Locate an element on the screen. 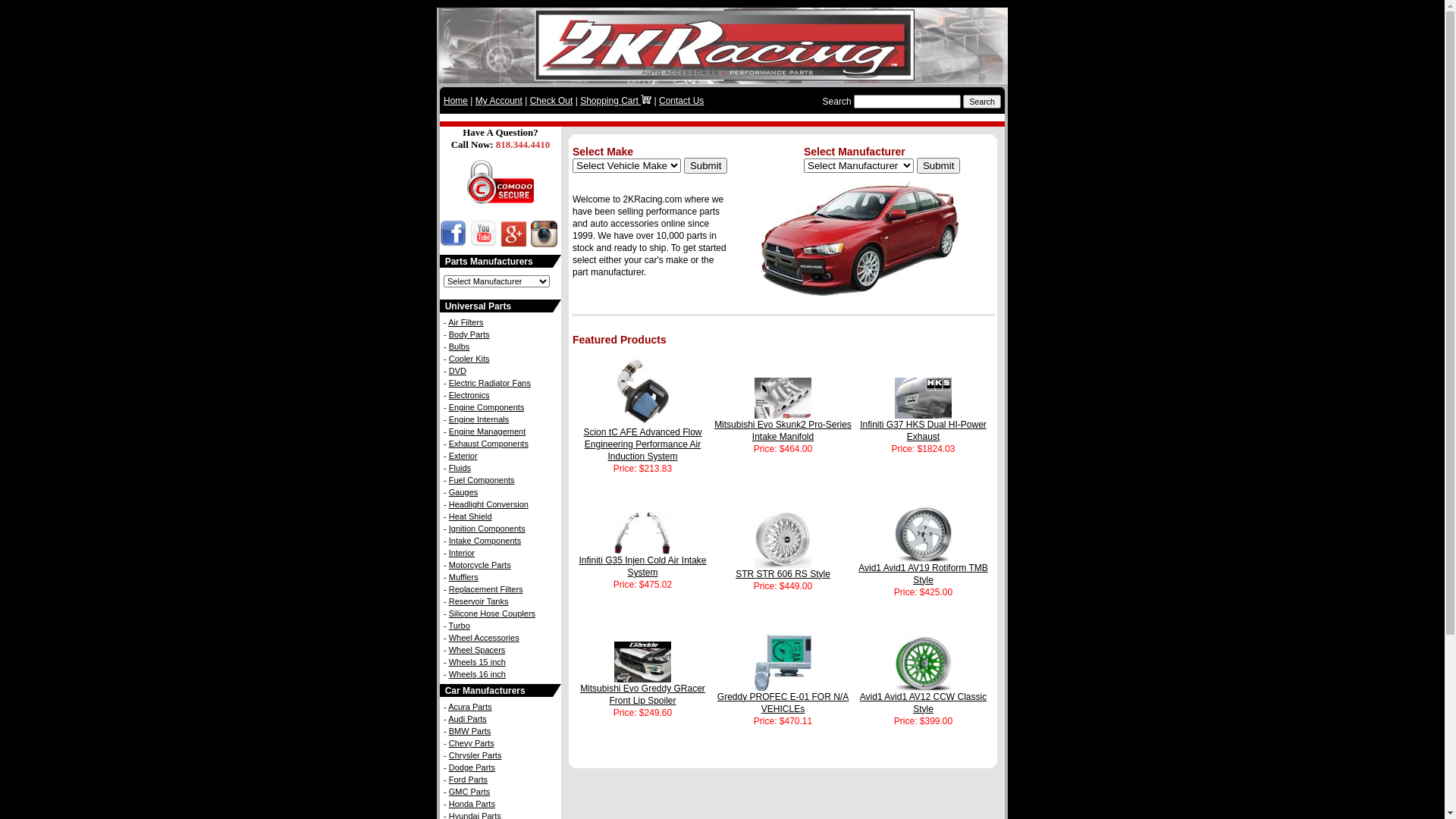 This screenshot has height=819, width=1456. 'Ford Parts' is located at coordinates (467, 780).